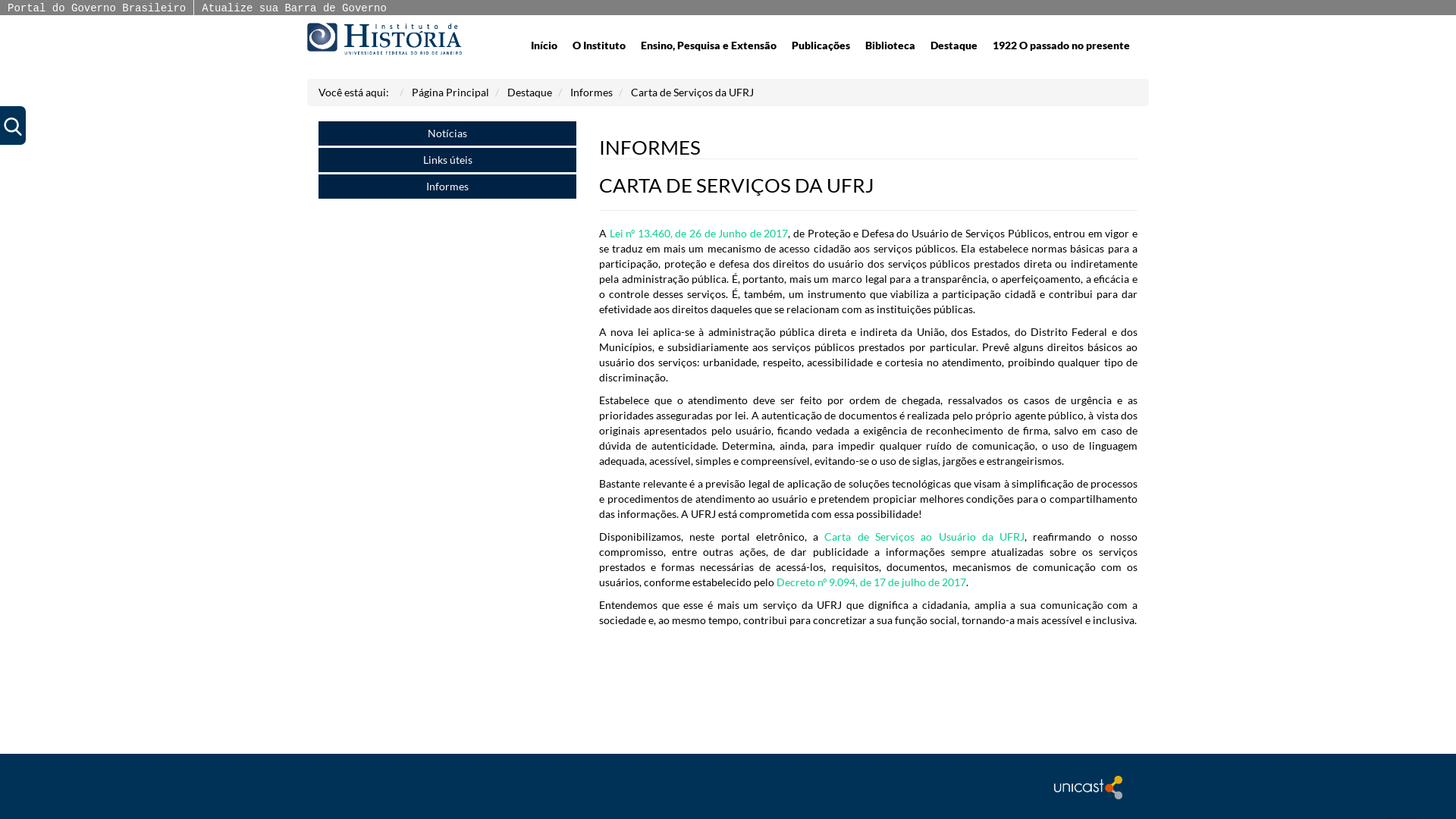  What do you see at coordinates (952, 44) in the screenshot?
I see `'Destaque'` at bounding box center [952, 44].